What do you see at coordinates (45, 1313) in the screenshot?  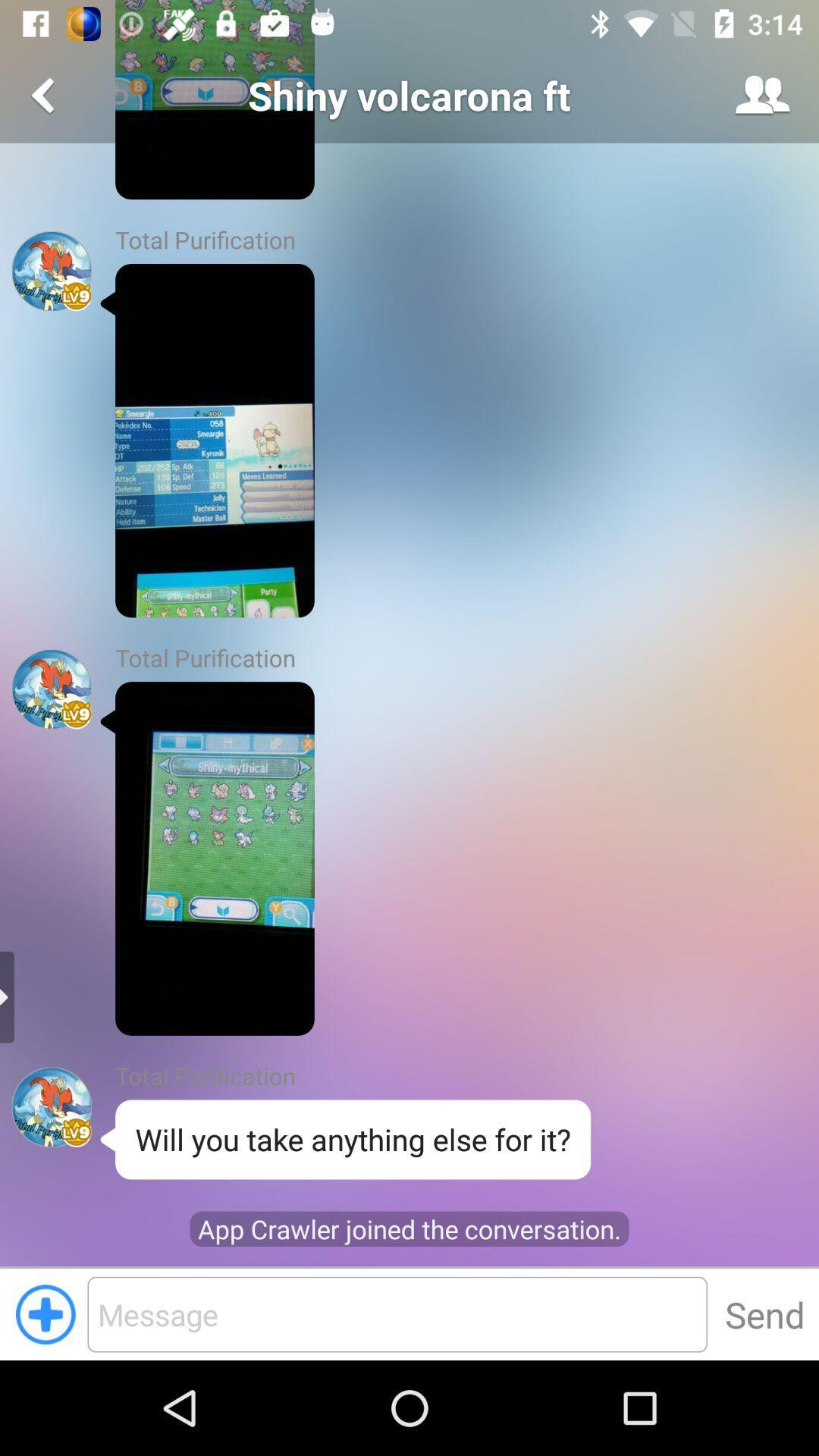 I see `the add icon` at bounding box center [45, 1313].